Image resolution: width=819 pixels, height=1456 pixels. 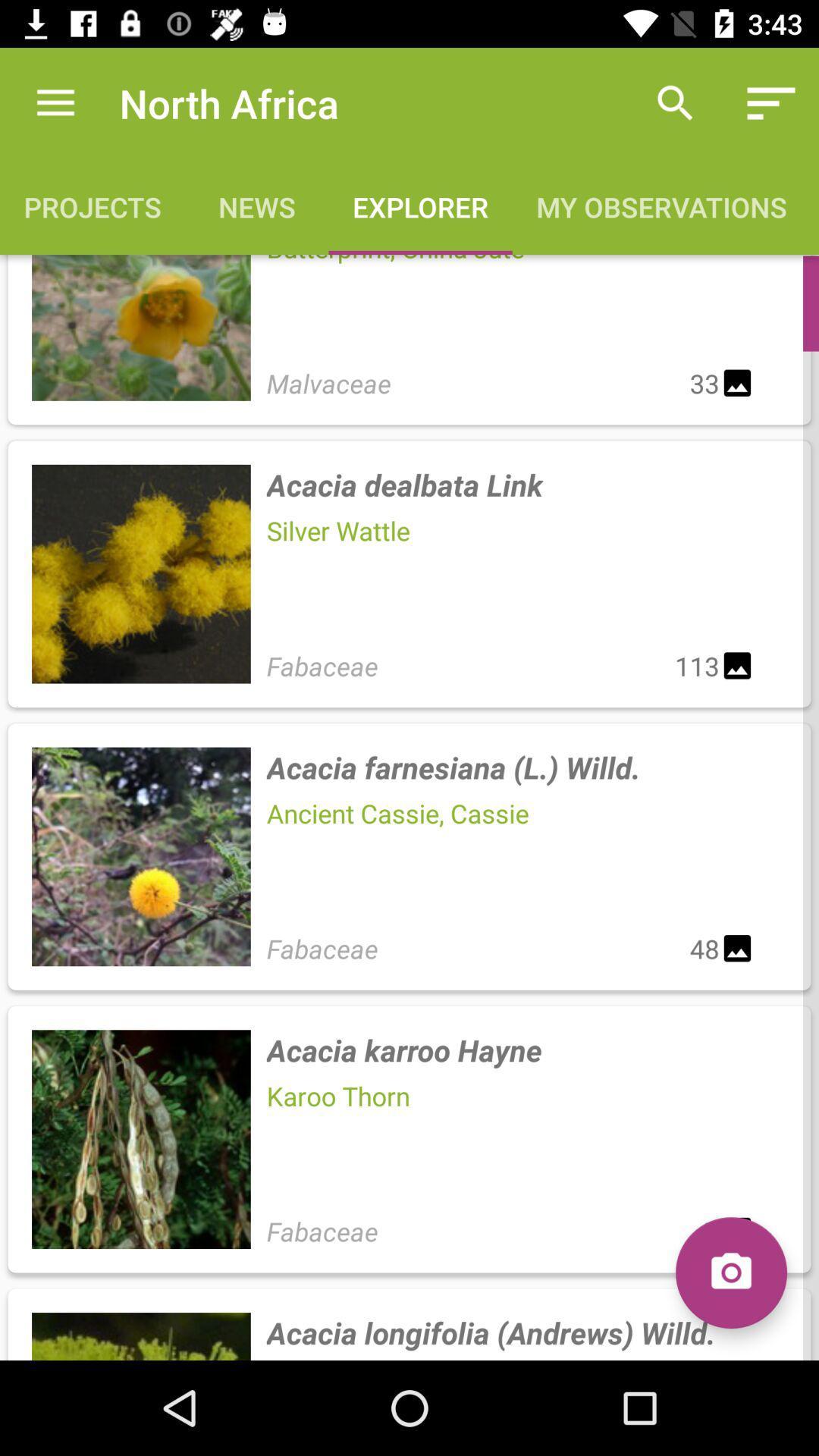 I want to click on the icon above my observations icon, so click(x=771, y=102).